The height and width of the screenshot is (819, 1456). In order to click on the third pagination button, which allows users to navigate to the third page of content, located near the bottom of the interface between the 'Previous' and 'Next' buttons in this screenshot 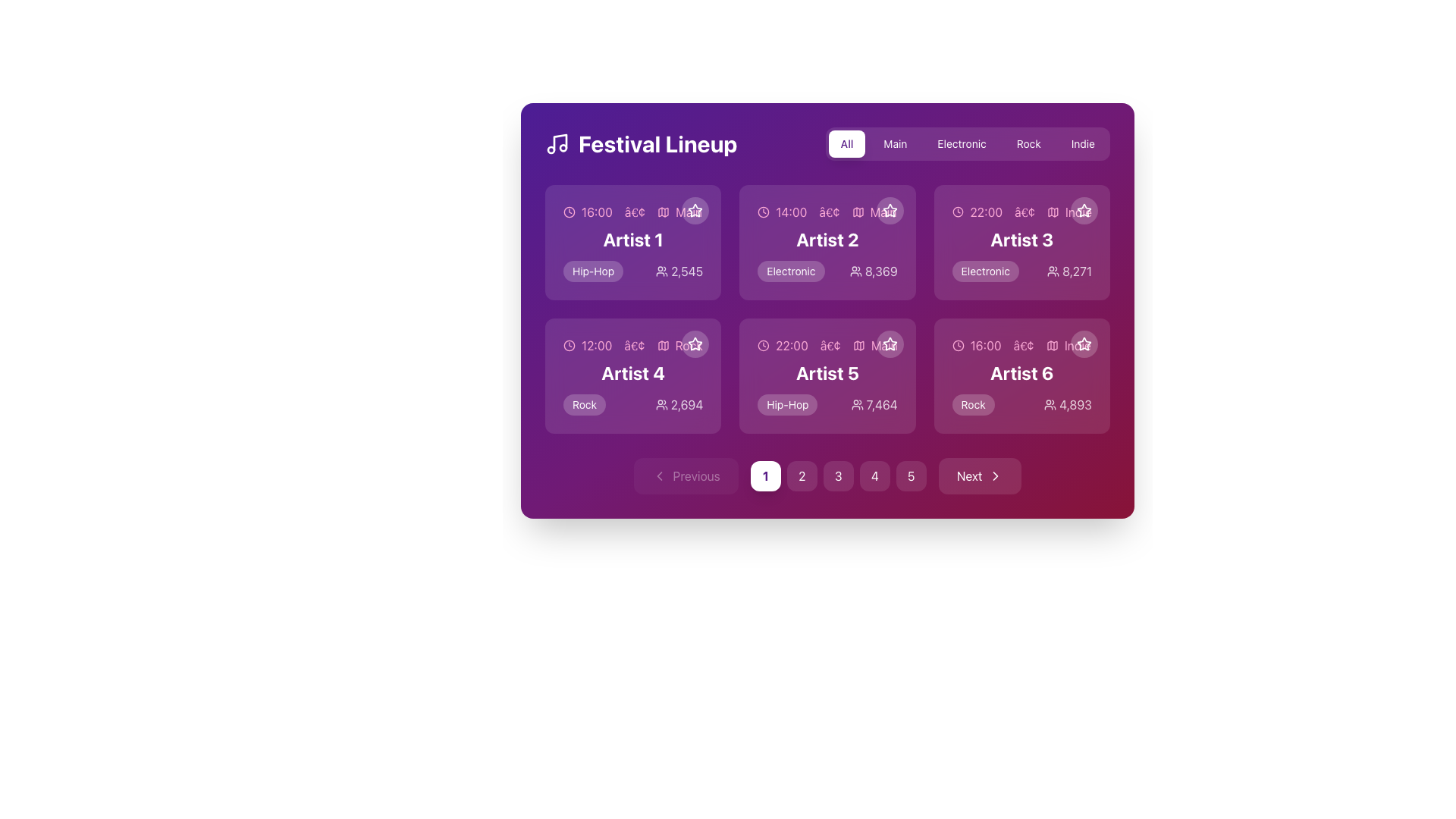, I will do `click(837, 475)`.